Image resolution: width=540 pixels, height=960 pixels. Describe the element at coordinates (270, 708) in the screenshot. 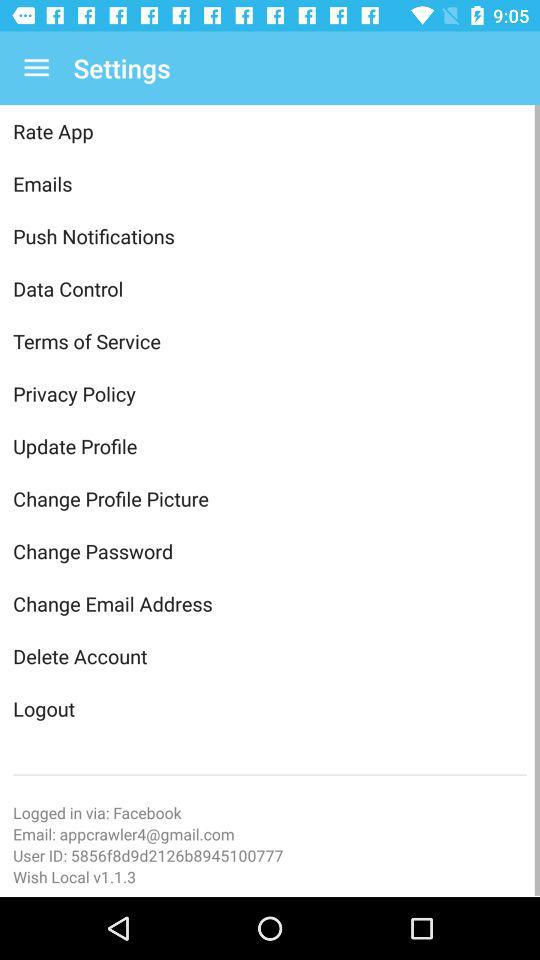

I see `the icon below delete account` at that location.